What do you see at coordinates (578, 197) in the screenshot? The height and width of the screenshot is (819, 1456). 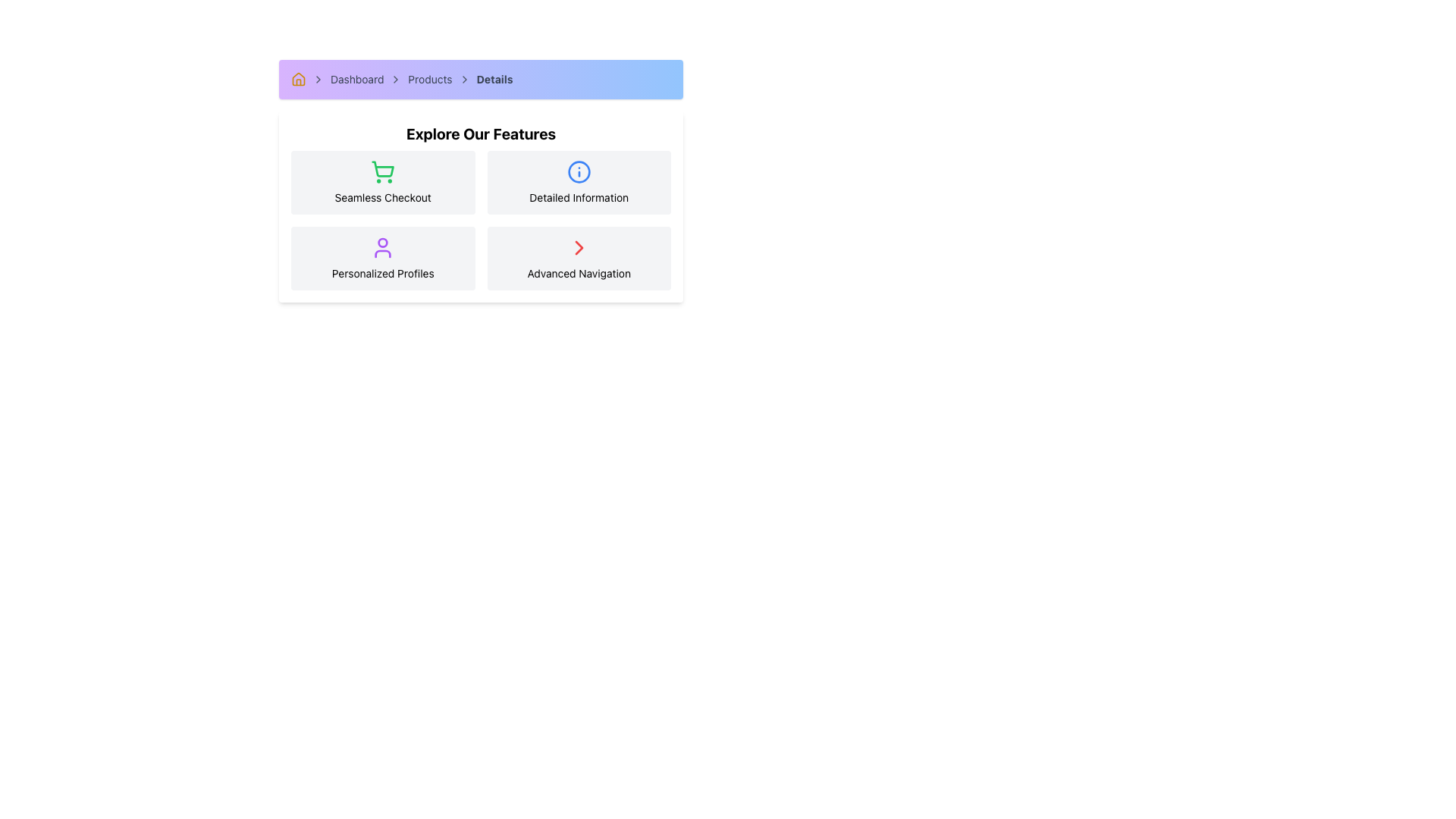 I see `the text label displaying 'Detailed Information' located under the information icon in the second column of the 'Explore Our Features' section` at bounding box center [578, 197].